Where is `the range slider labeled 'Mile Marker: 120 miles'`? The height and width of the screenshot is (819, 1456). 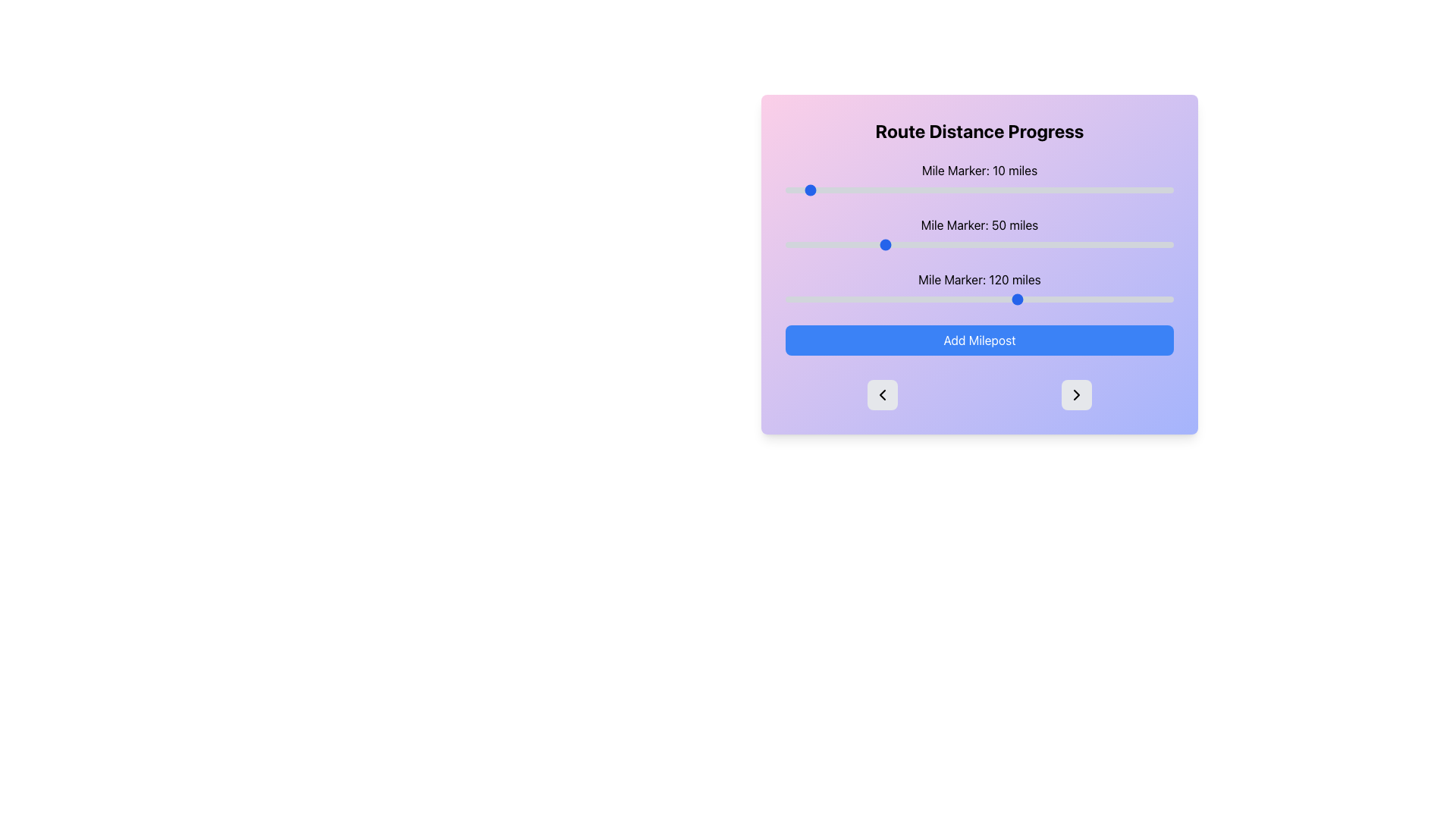
the range slider labeled 'Mile Marker: 120 miles' is located at coordinates (979, 299).